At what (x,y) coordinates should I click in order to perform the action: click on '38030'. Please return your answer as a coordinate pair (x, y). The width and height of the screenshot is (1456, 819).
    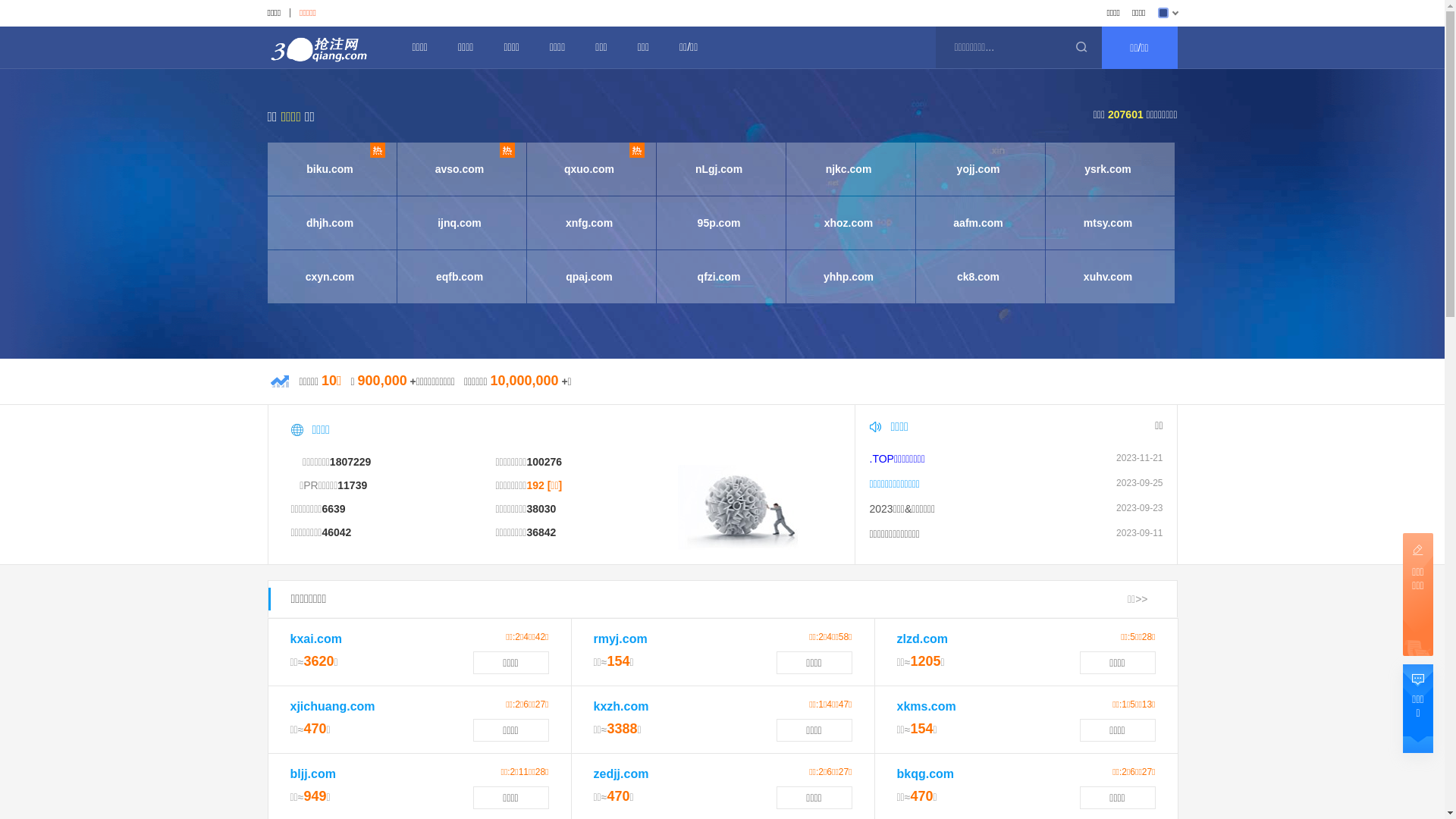
    Looking at the image, I should click on (541, 509).